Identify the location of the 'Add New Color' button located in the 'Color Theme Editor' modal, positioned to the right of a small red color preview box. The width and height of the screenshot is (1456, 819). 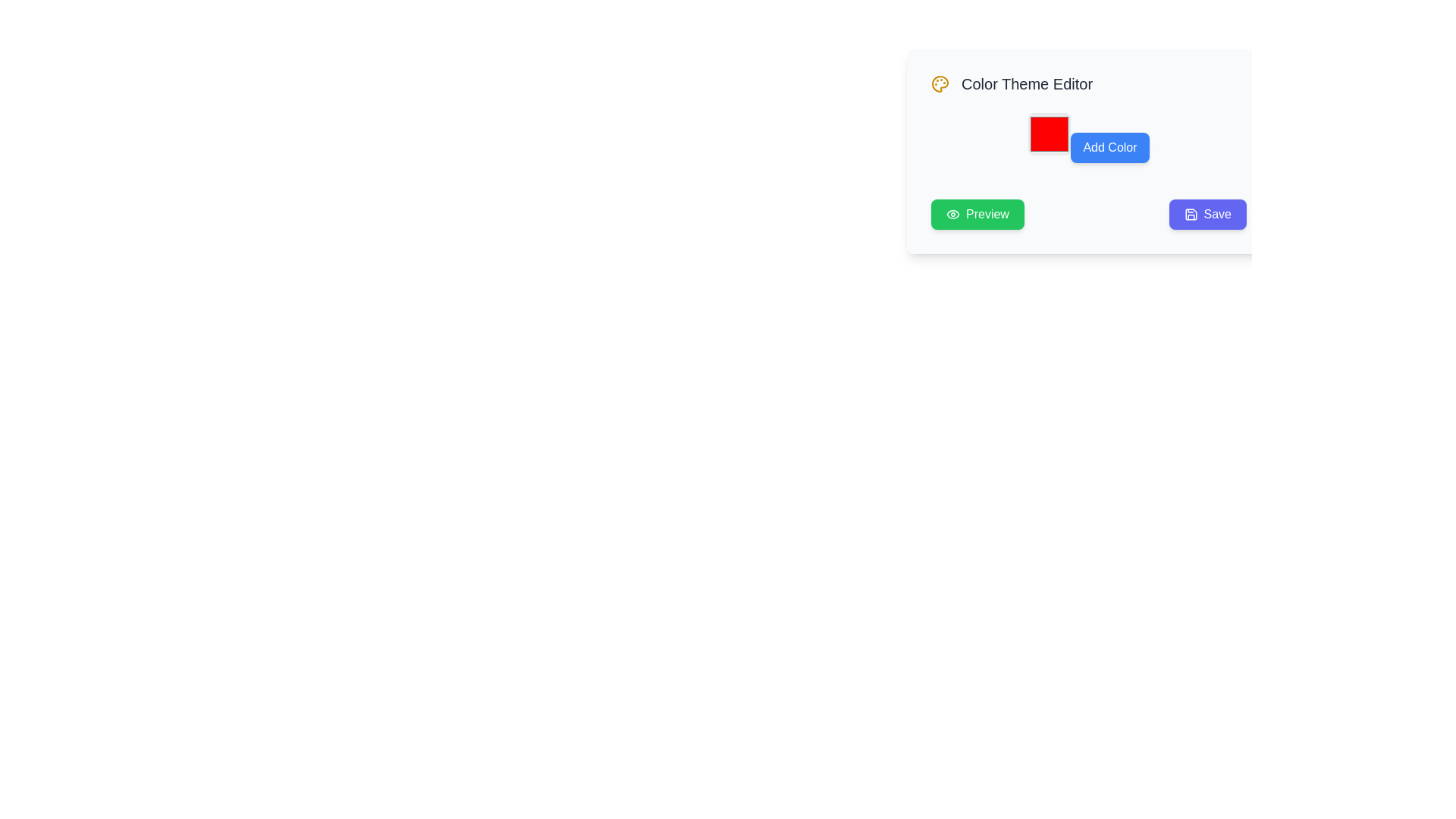
(1087, 152).